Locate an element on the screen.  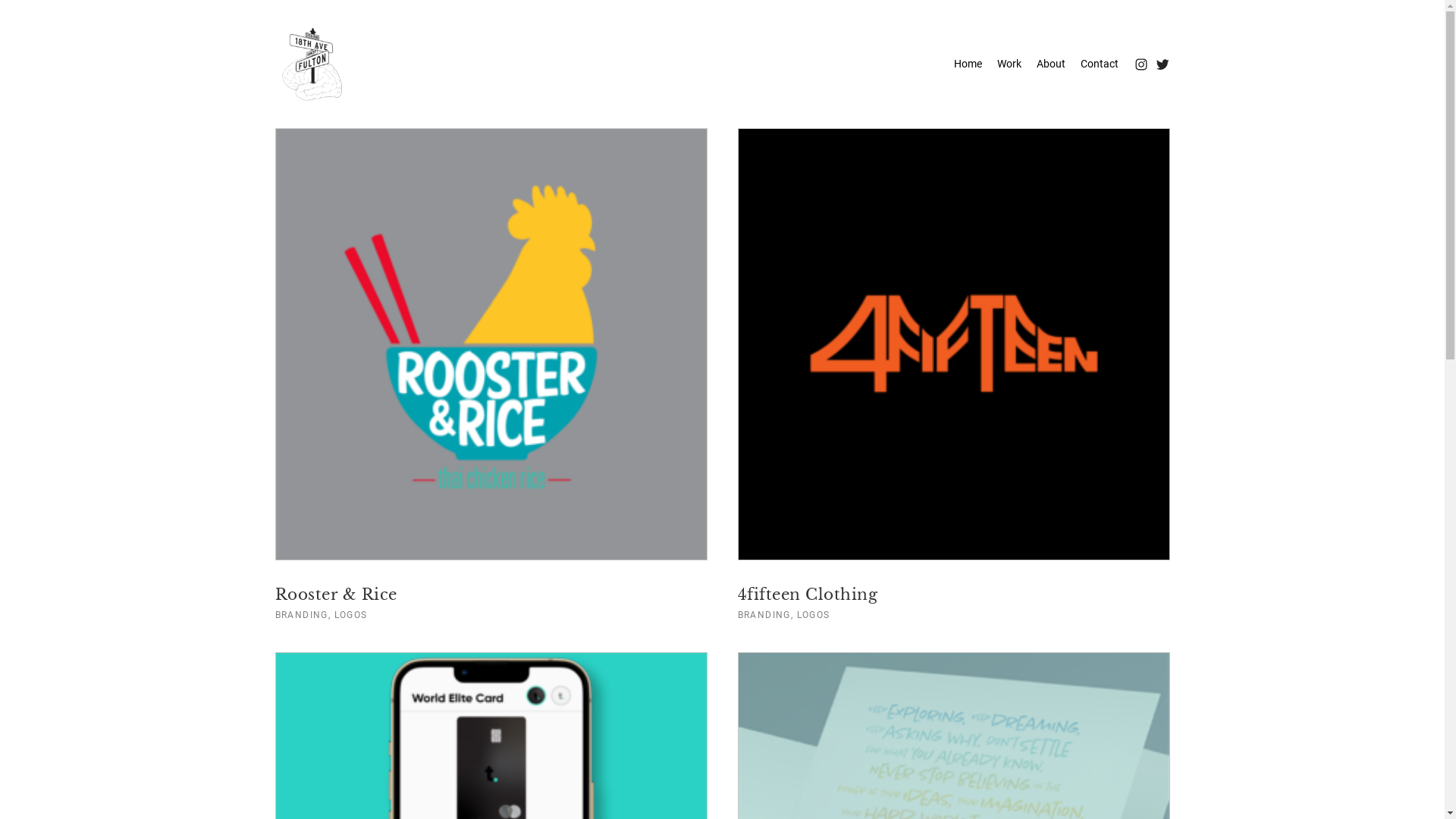
'Contact' is located at coordinates (1099, 63).